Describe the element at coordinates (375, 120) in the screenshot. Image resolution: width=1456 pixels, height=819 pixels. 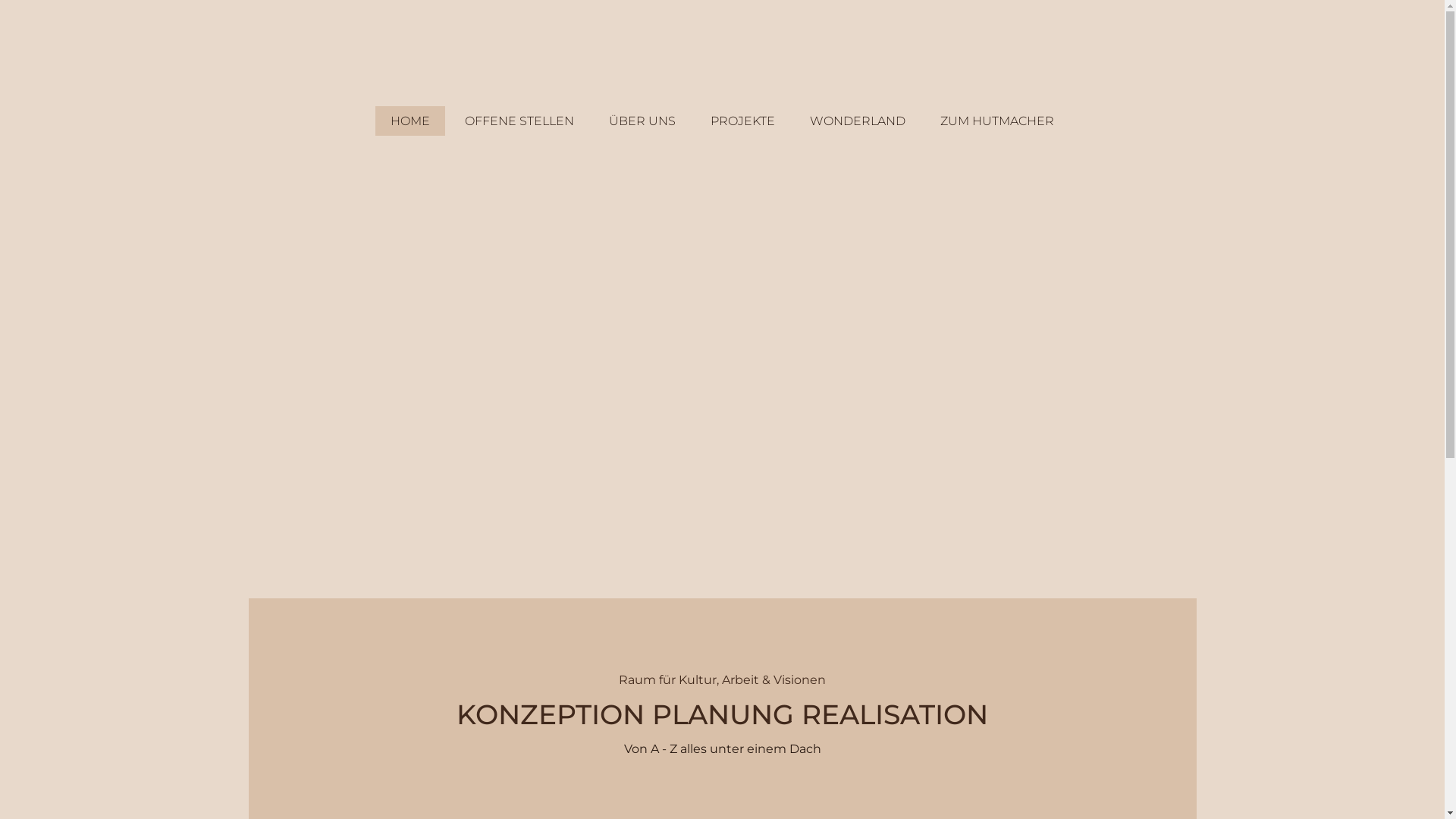
I see `'HOME'` at that location.